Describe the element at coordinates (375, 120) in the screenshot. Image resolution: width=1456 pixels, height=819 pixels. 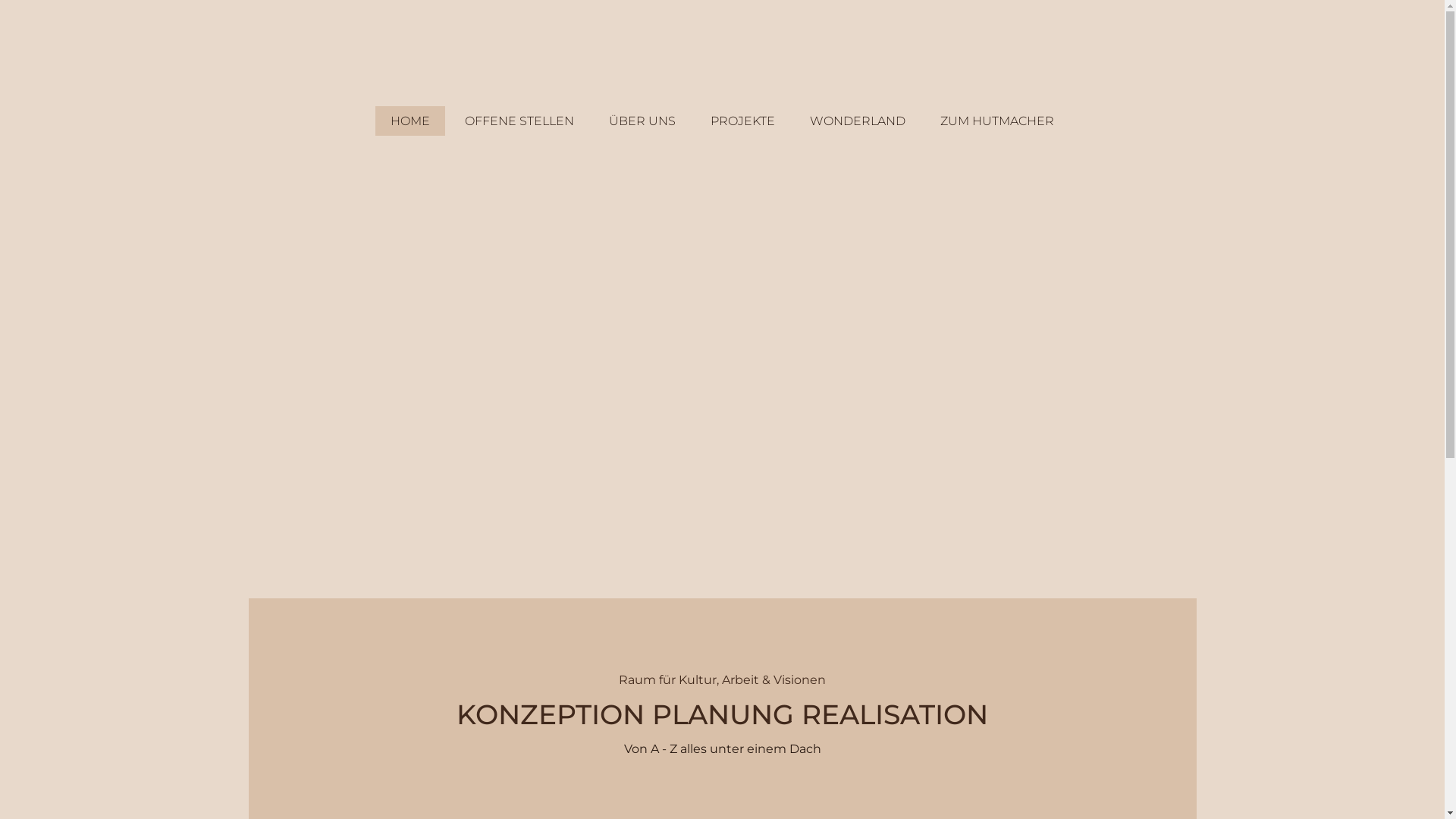
I see `'HOME'` at that location.